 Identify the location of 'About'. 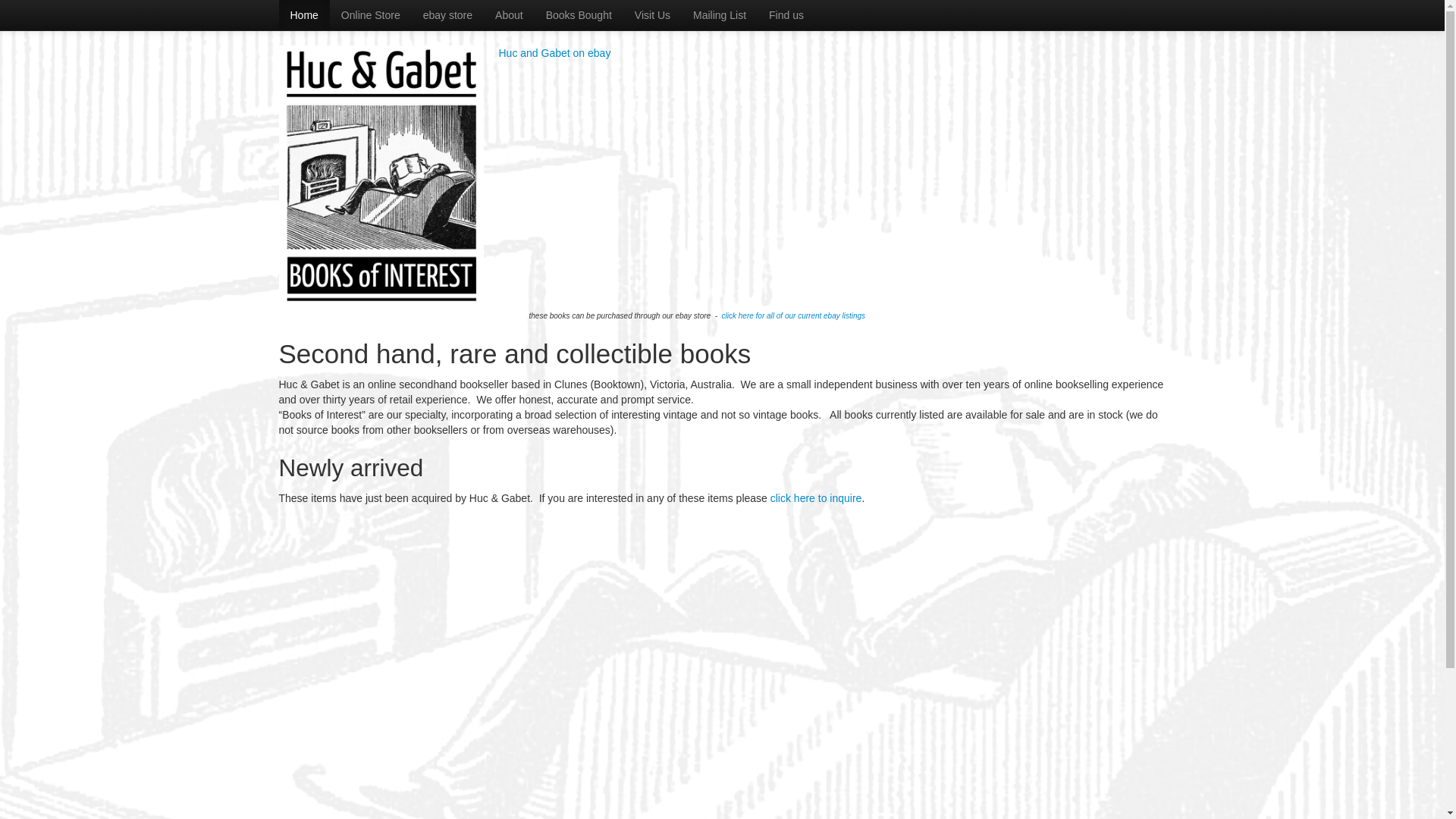
(509, 14).